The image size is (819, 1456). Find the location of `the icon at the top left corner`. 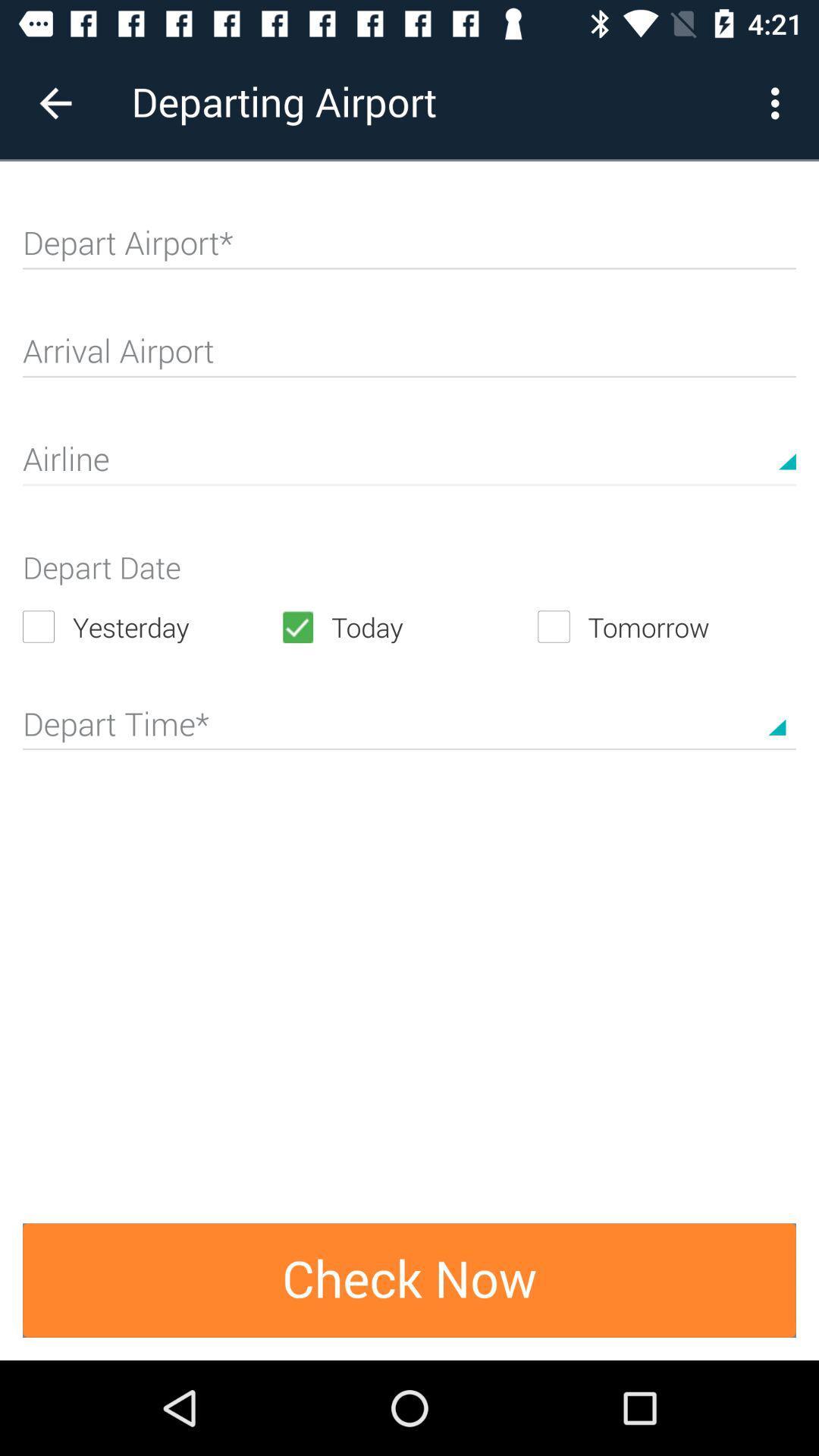

the icon at the top left corner is located at coordinates (55, 102).